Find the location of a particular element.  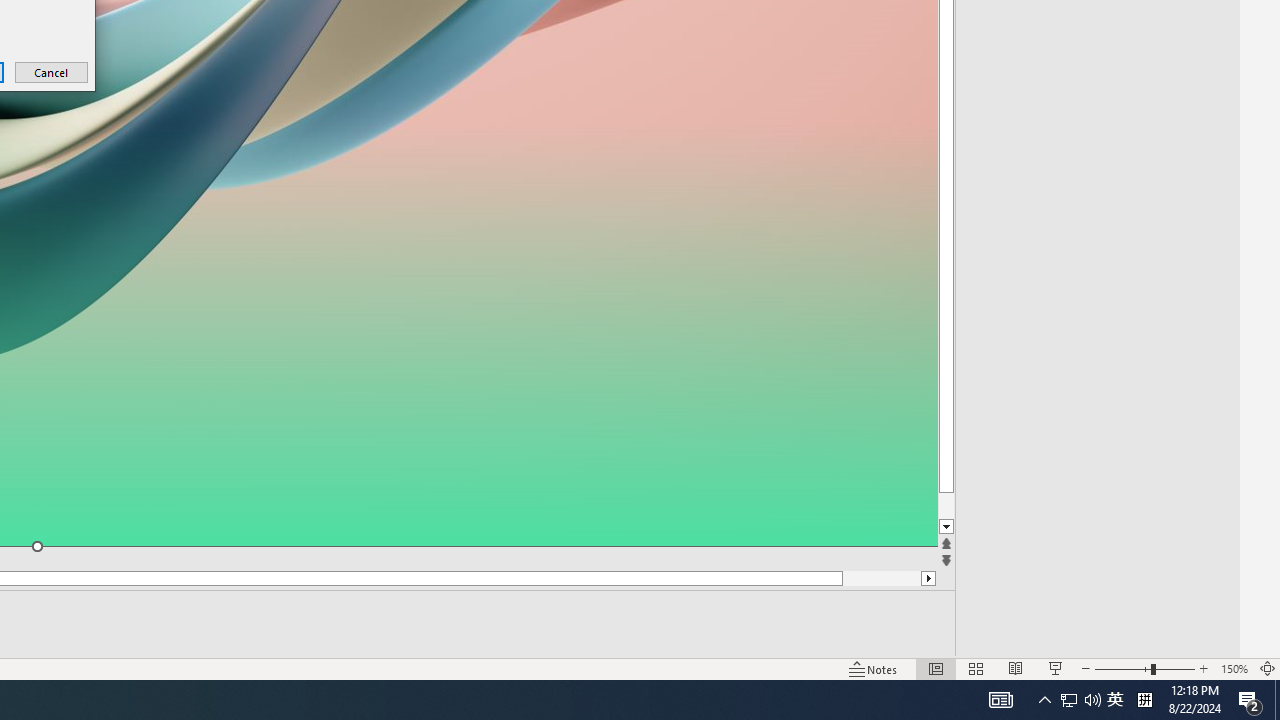

'Action Center, 2 new notifications' is located at coordinates (1276, 698).